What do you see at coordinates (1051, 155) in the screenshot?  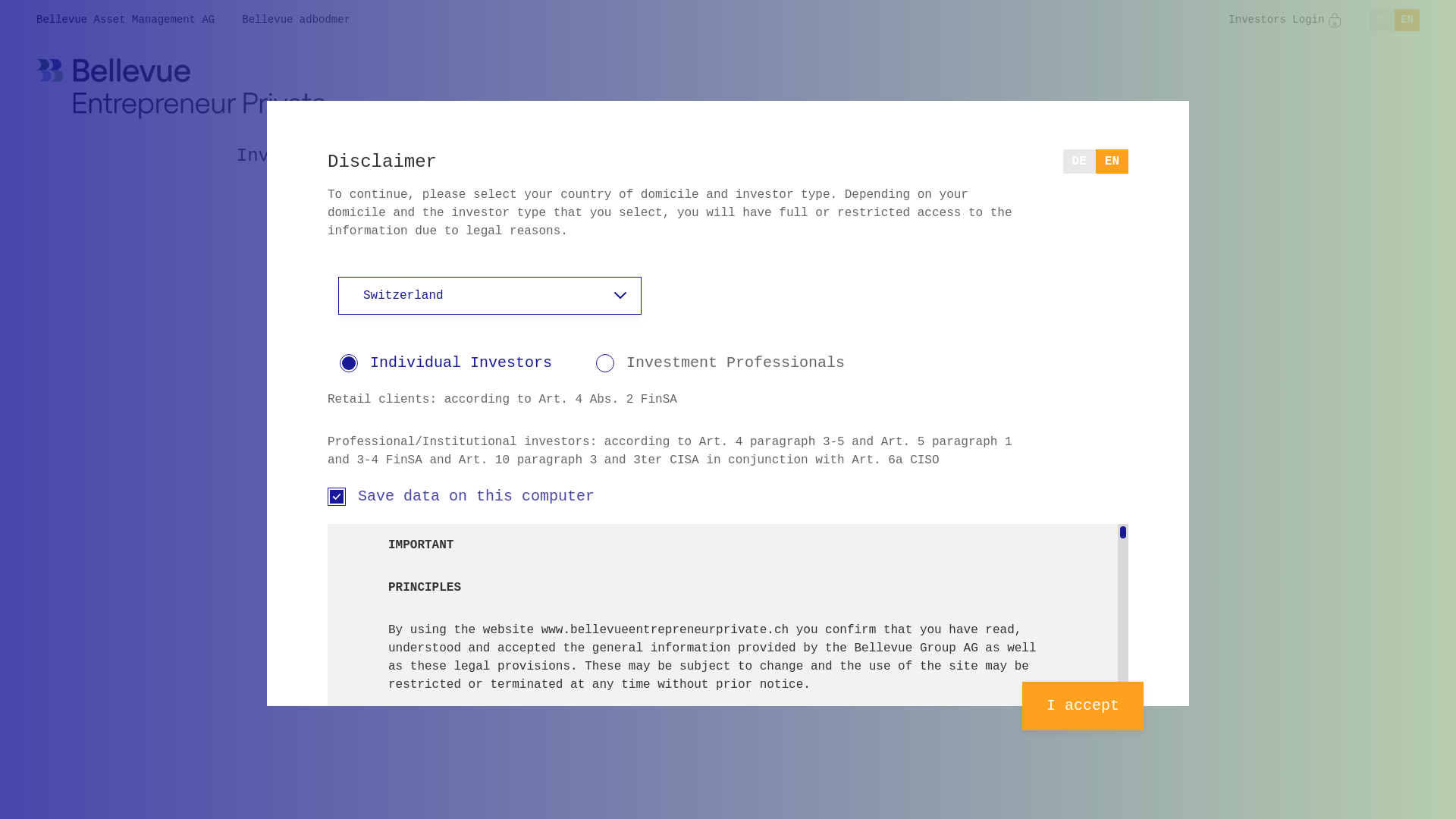 I see `'Contact'` at bounding box center [1051, 155].